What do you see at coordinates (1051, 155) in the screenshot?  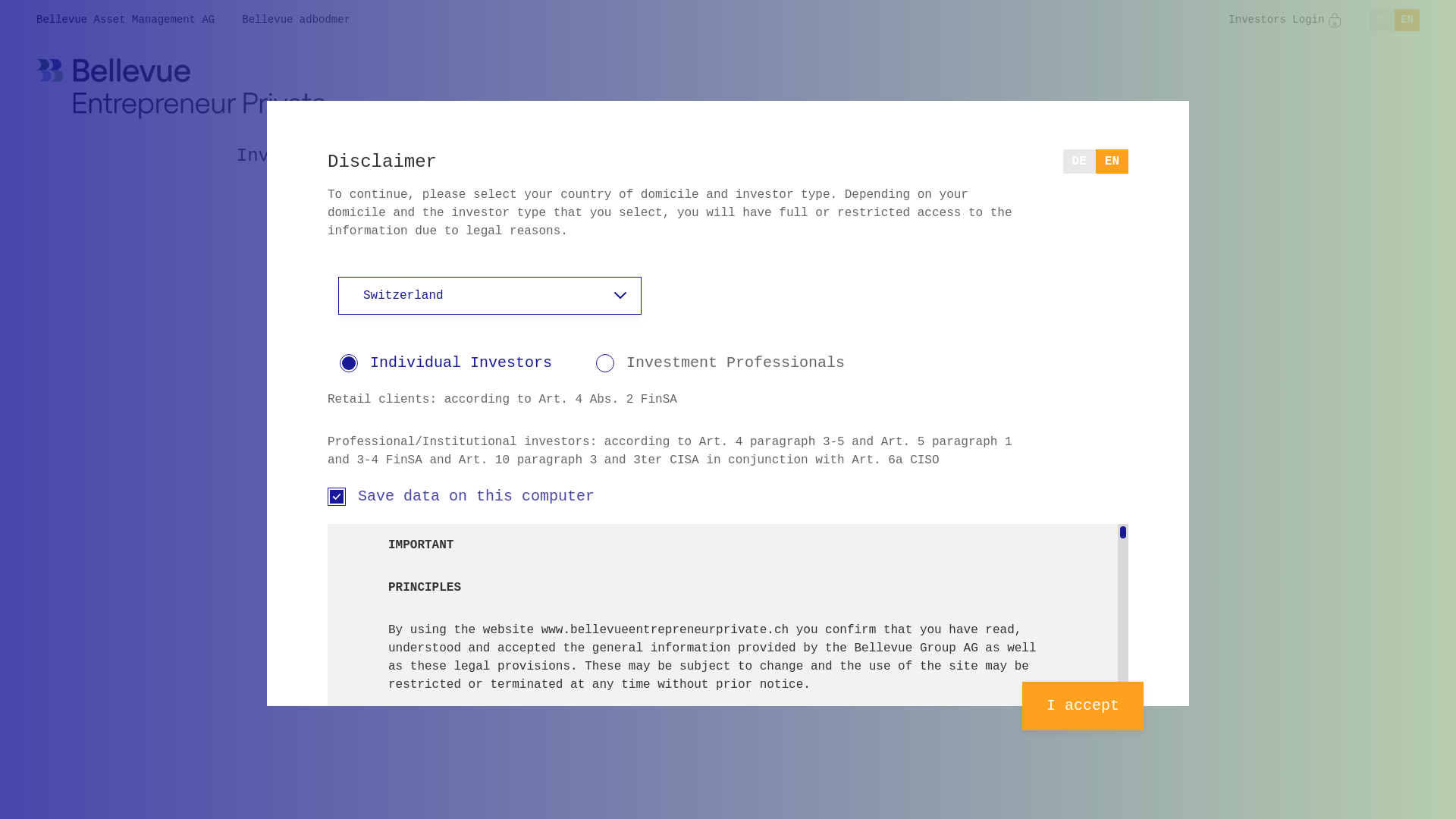 I see `'Contact'` at bounding box center [1051, 155].